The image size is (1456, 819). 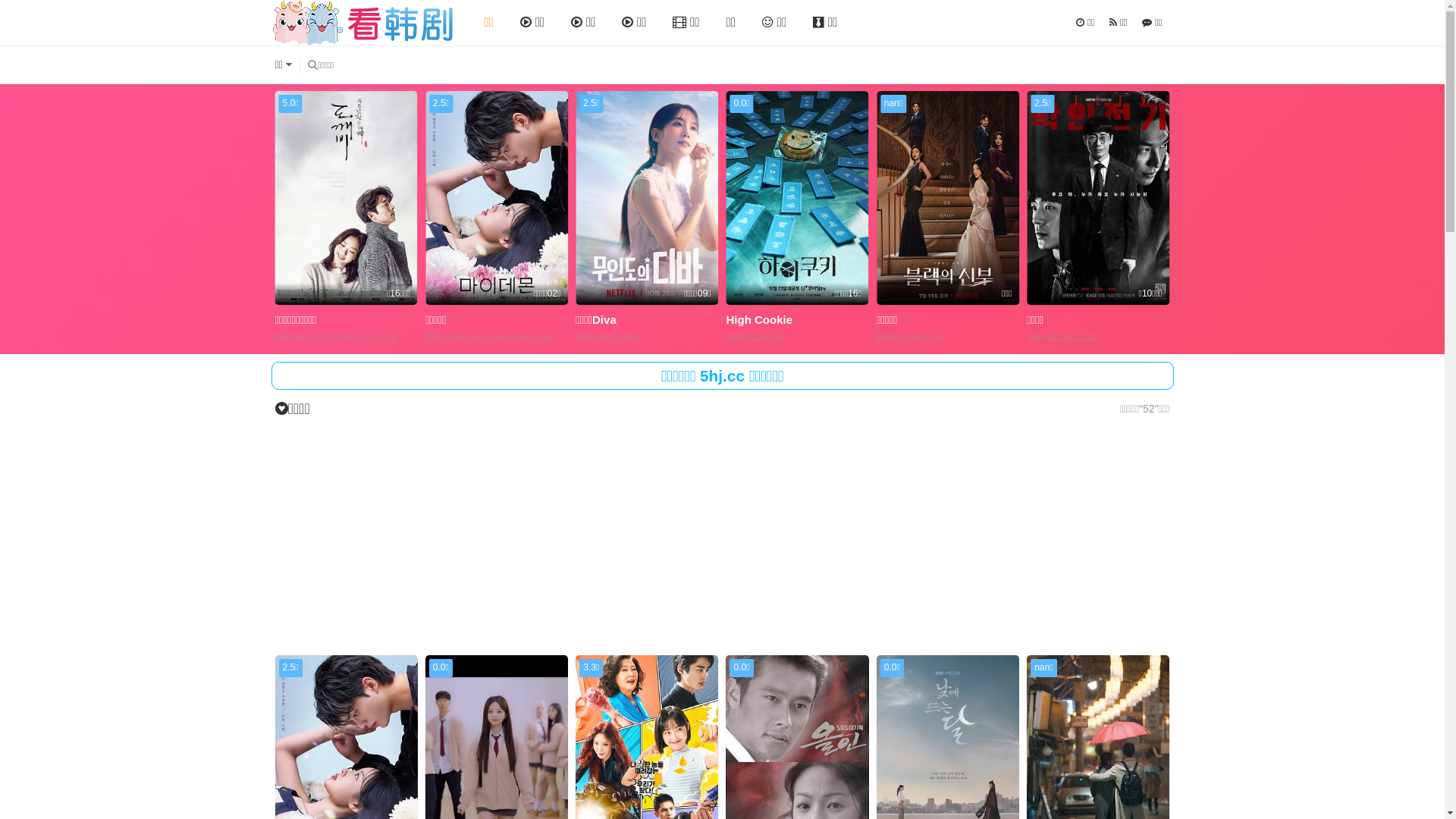 What do you see at coordinates (722, 537) in the screenshot?
I see `'Advertisement'` at bounding box center [722, 537].